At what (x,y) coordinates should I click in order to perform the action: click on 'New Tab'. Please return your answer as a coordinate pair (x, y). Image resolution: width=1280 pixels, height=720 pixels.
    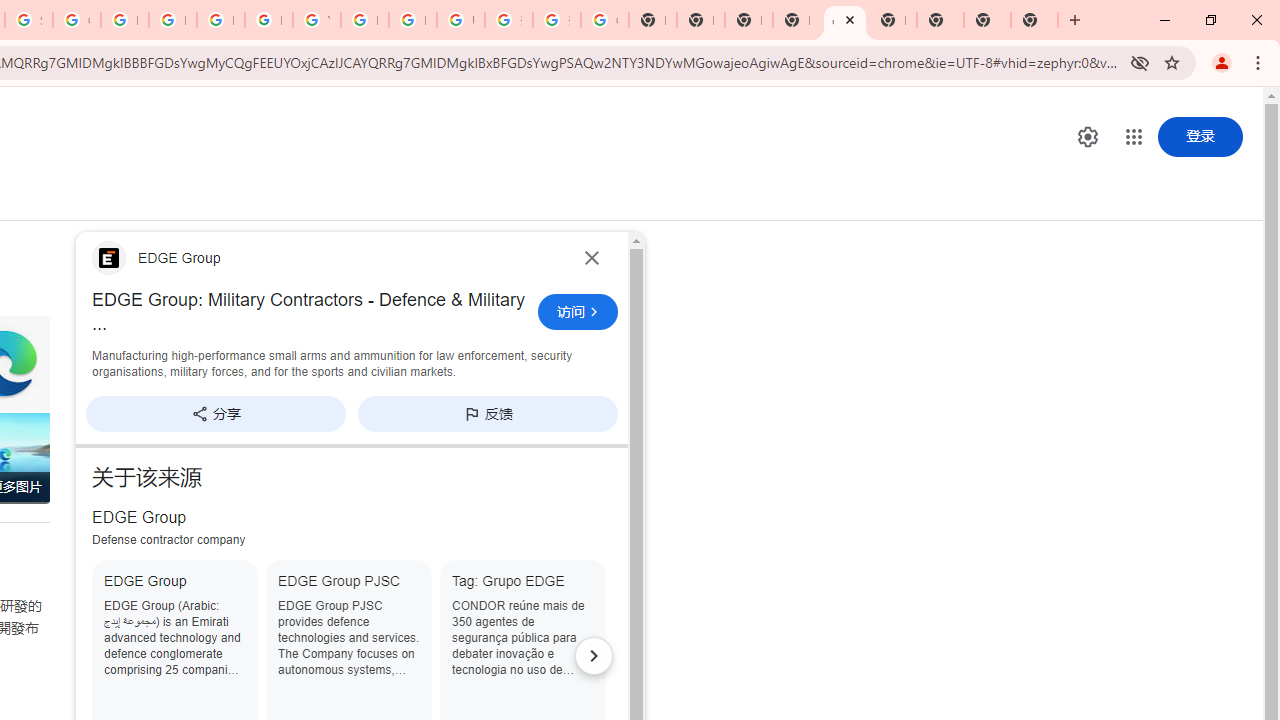
    Looking at the image, I should click on (1034, 20).